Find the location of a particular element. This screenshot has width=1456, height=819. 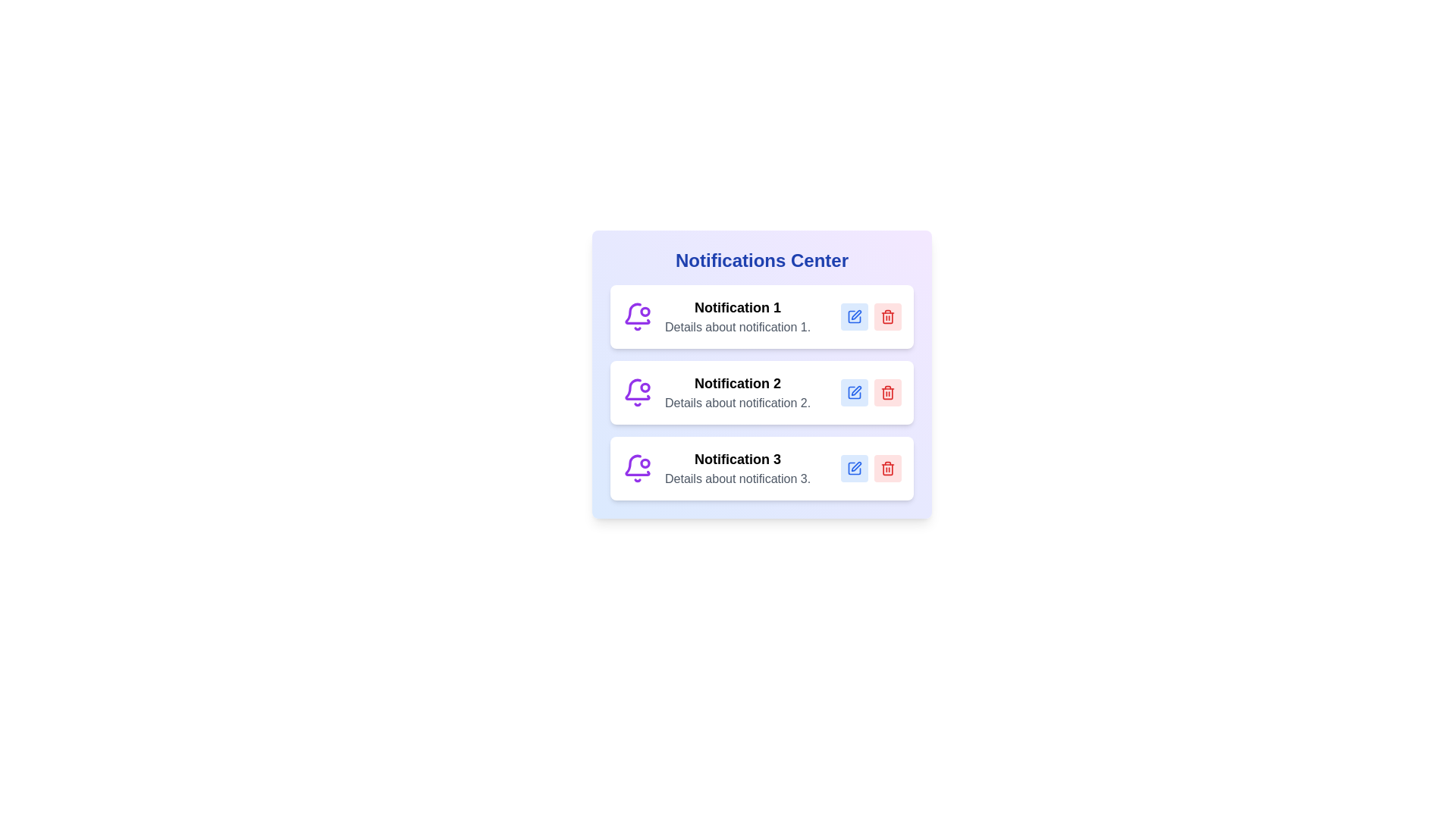

the vibrant purple bell-shaped icon with a circular dot, located at the start of the first notification entry in the notification card is located at coordinates (637, 315).